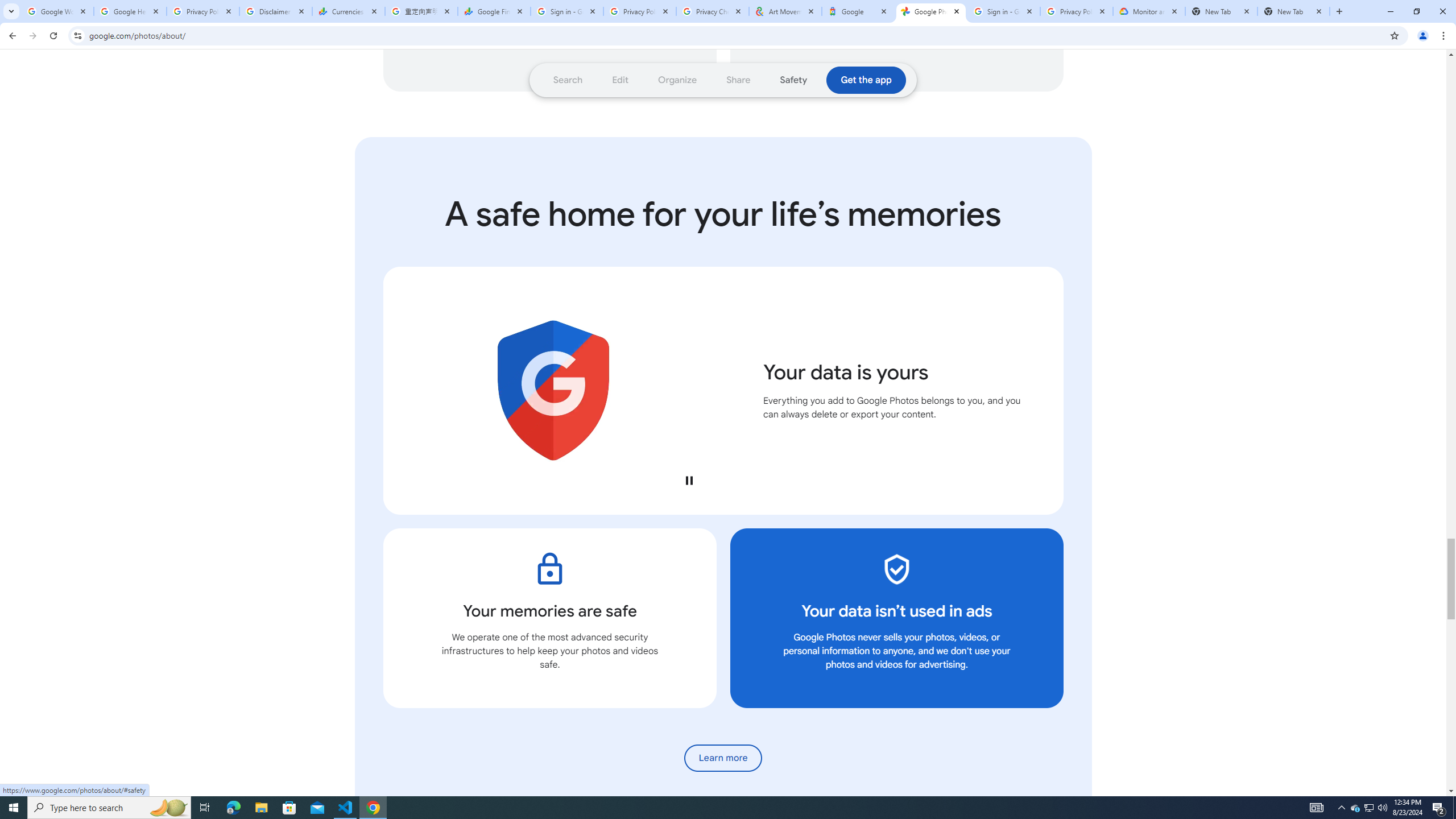 The height and width of the screenshot is (819, 1456). What do you see at coordinates (737, 80) in the screenshot?
I see `'Go to section: Share'` at bounding box center [737, 80].